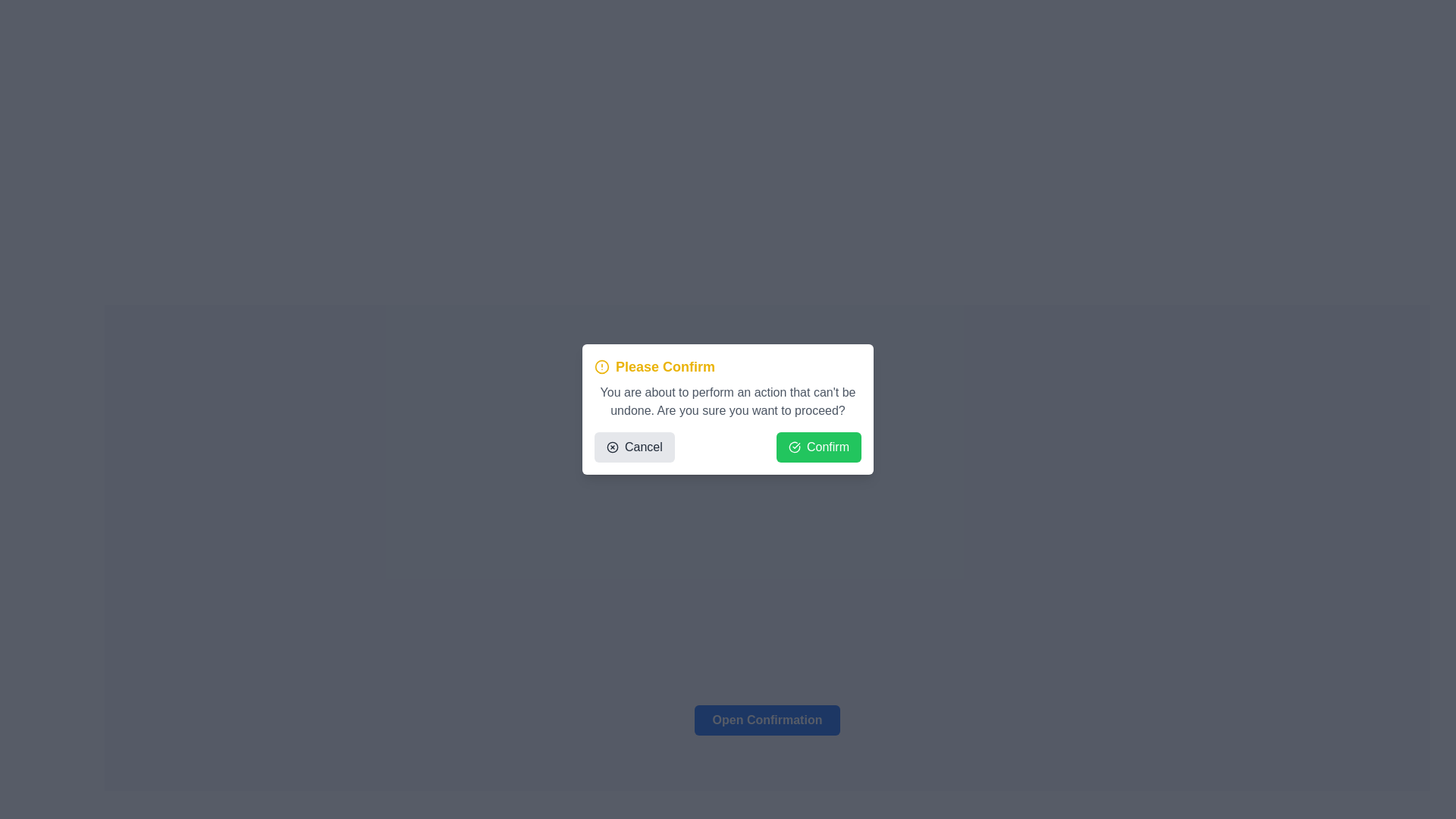  Describe the element at coordinates (728, 400) in the screenshot. I see `the warning message text block that states 'You are about to perform an action that can't be undone. Are you sure you want to proceed?', which is centrally aligned below the title 'Please Confirm' and above the buttons 'Cancel' and 'Confirm'` at that location.